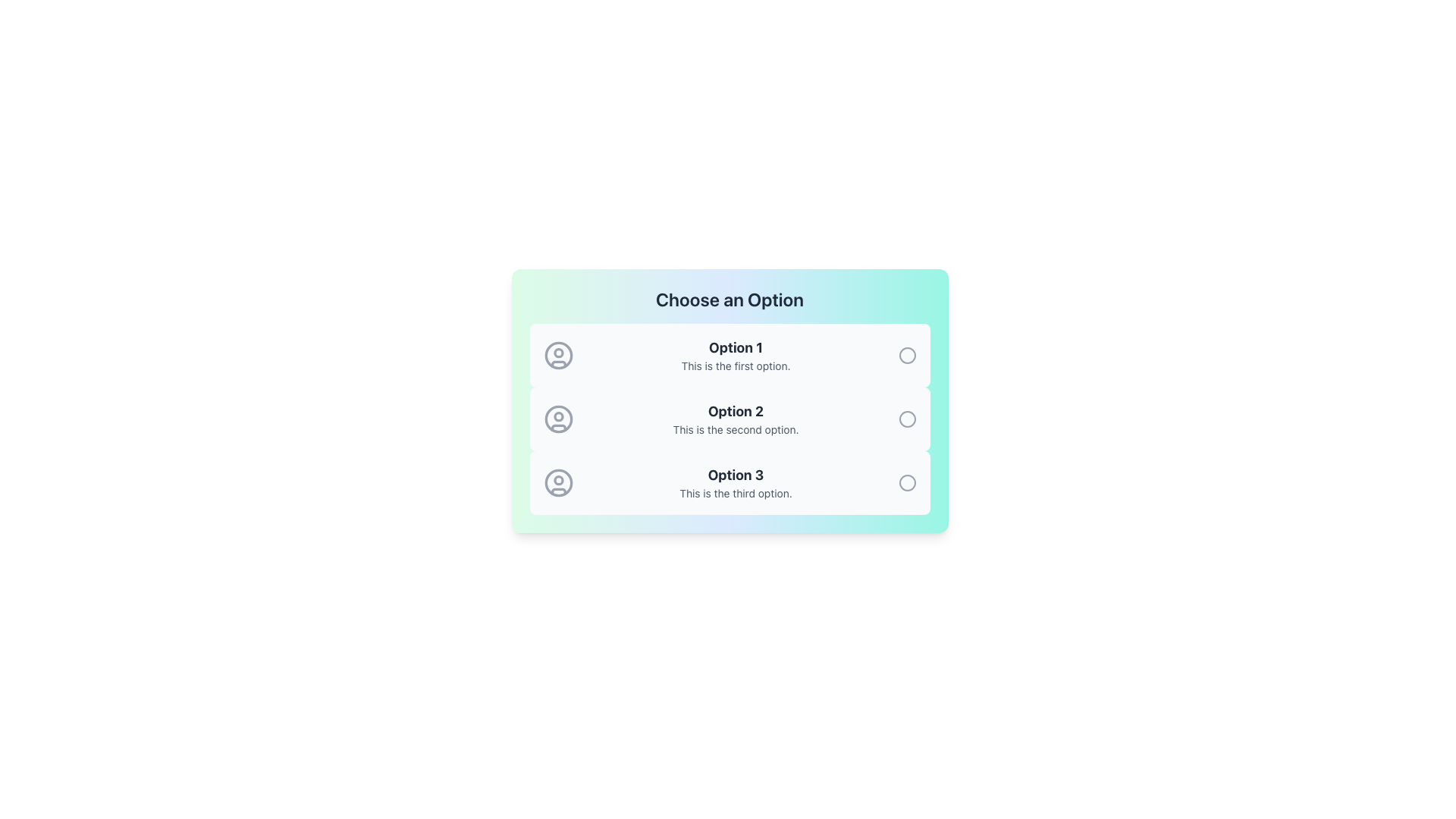 This screenshot has width=1456, height=819. What do you see at coordinates (736, 430) in the screenshot?
I see `the text label that says 'This is the second option.' located beneath the 'Option 2' label in the middle option card` at bounding box center [736, 430].